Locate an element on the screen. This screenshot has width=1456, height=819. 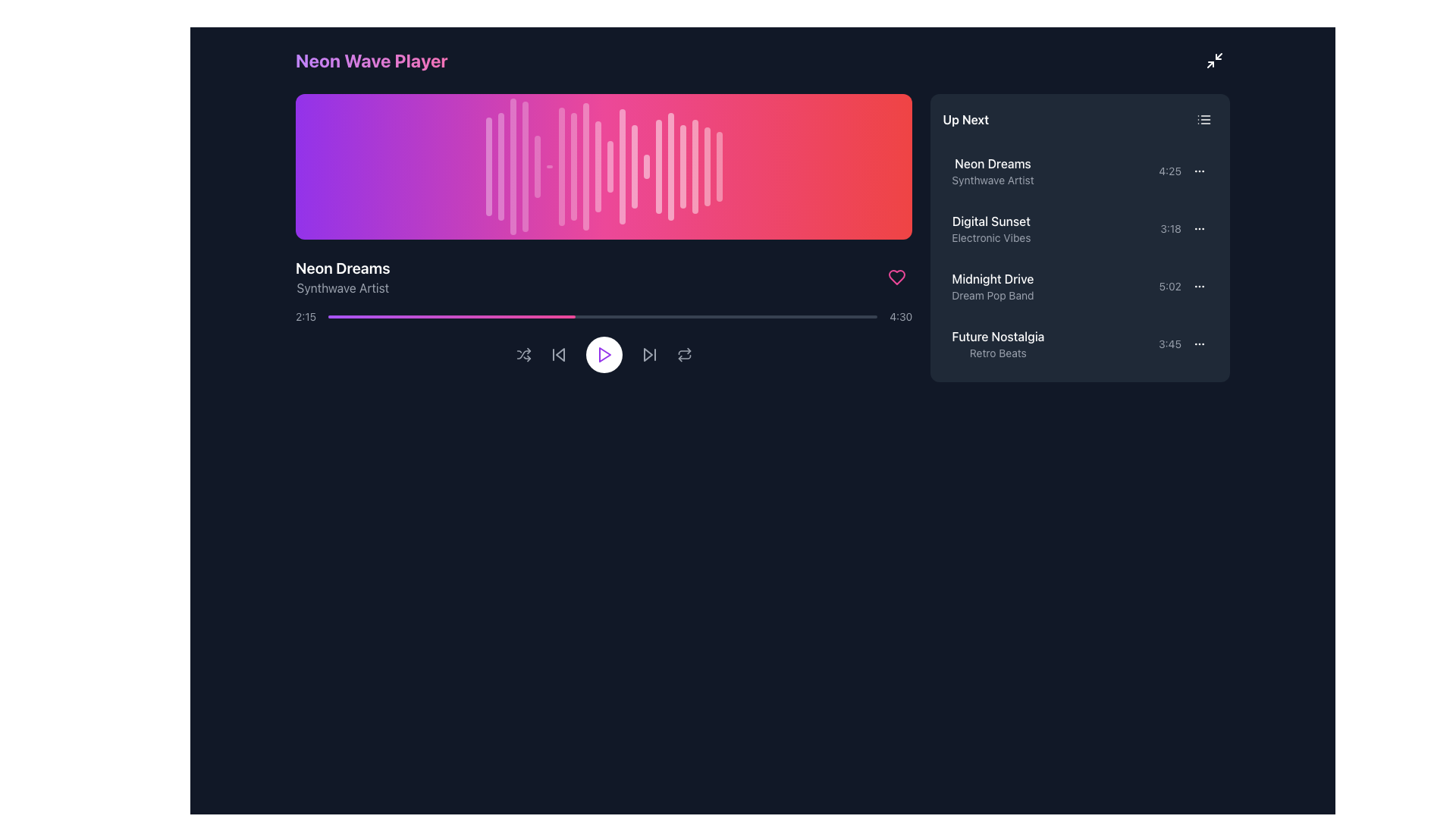
the duration information displayed in the text label located to the right of the 'Midnight Drive' song title within the 'Up Next' list is located at coordinates (1169, 287).